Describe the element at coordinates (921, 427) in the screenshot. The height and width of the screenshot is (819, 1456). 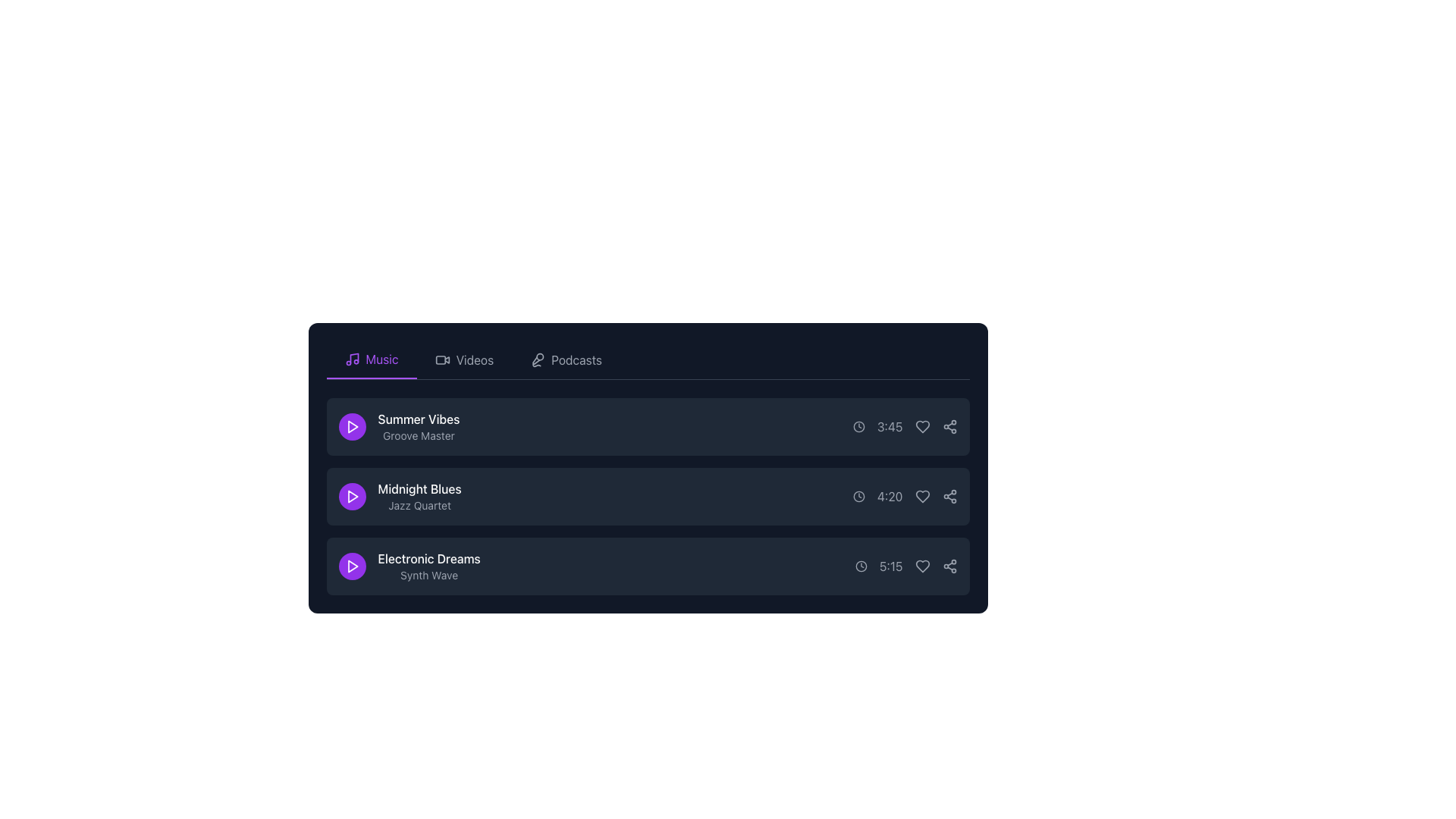
I see `the heart-shaped icon button located at the far right of the 'Summer Vibes' music item information` at that location.